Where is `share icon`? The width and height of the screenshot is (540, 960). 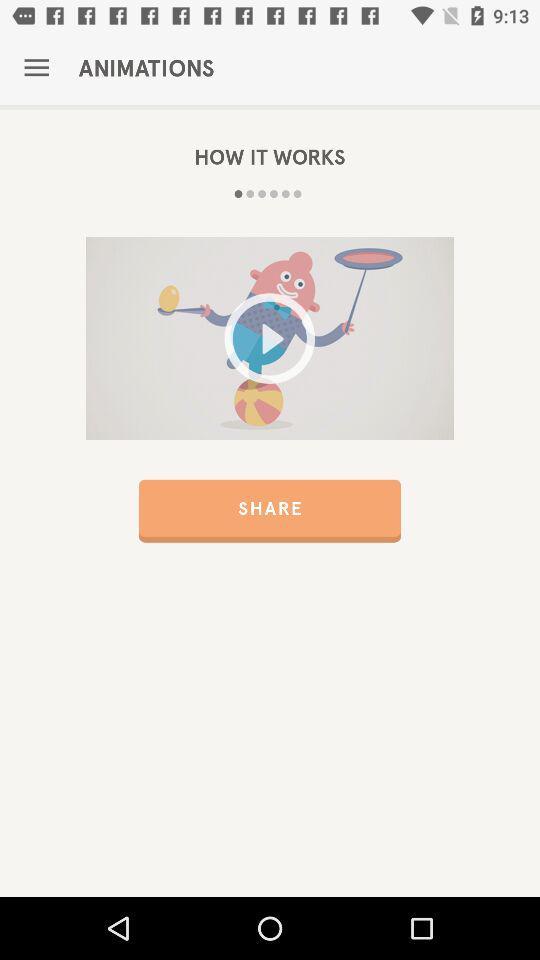 share icon is located at coordinates (270, 510).